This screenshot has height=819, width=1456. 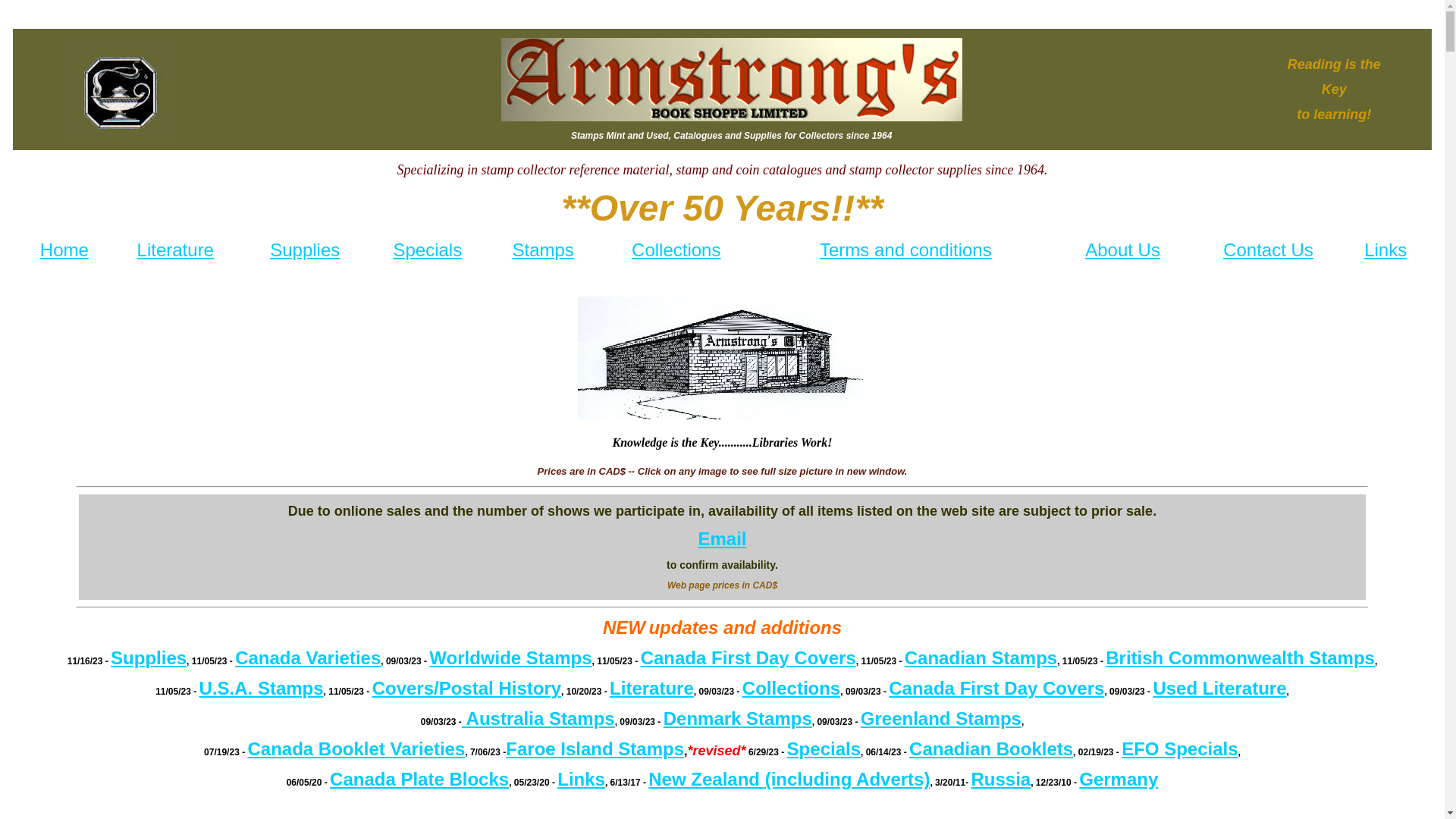 What do you see at coordinates (175, 249) in the screenshot?
I see `'Literature'` at bounding box center [175, 249].